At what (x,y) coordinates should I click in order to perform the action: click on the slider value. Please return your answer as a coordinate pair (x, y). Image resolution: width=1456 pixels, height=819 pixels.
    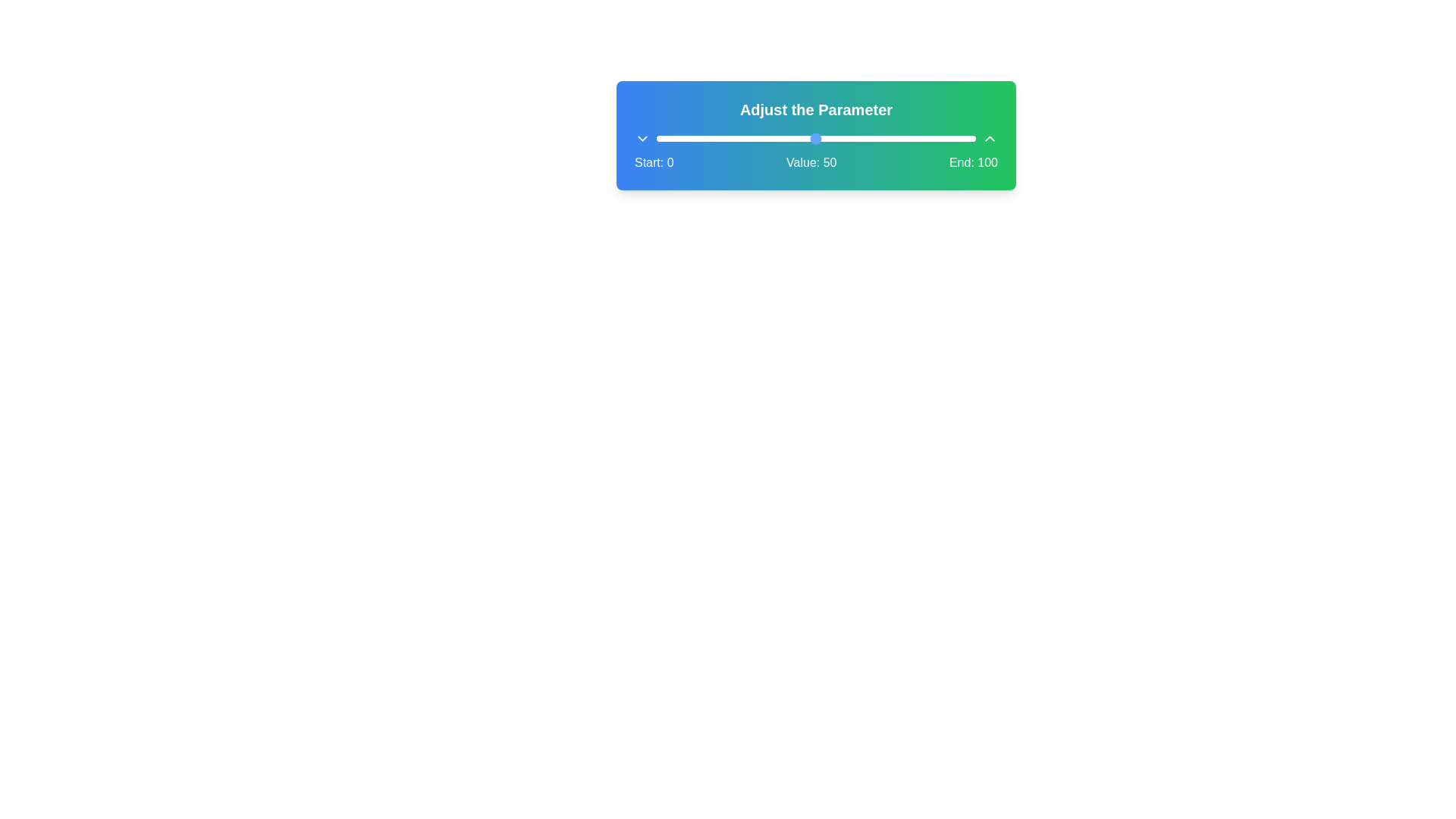
    Looking at the image, I should click on (895, 138).